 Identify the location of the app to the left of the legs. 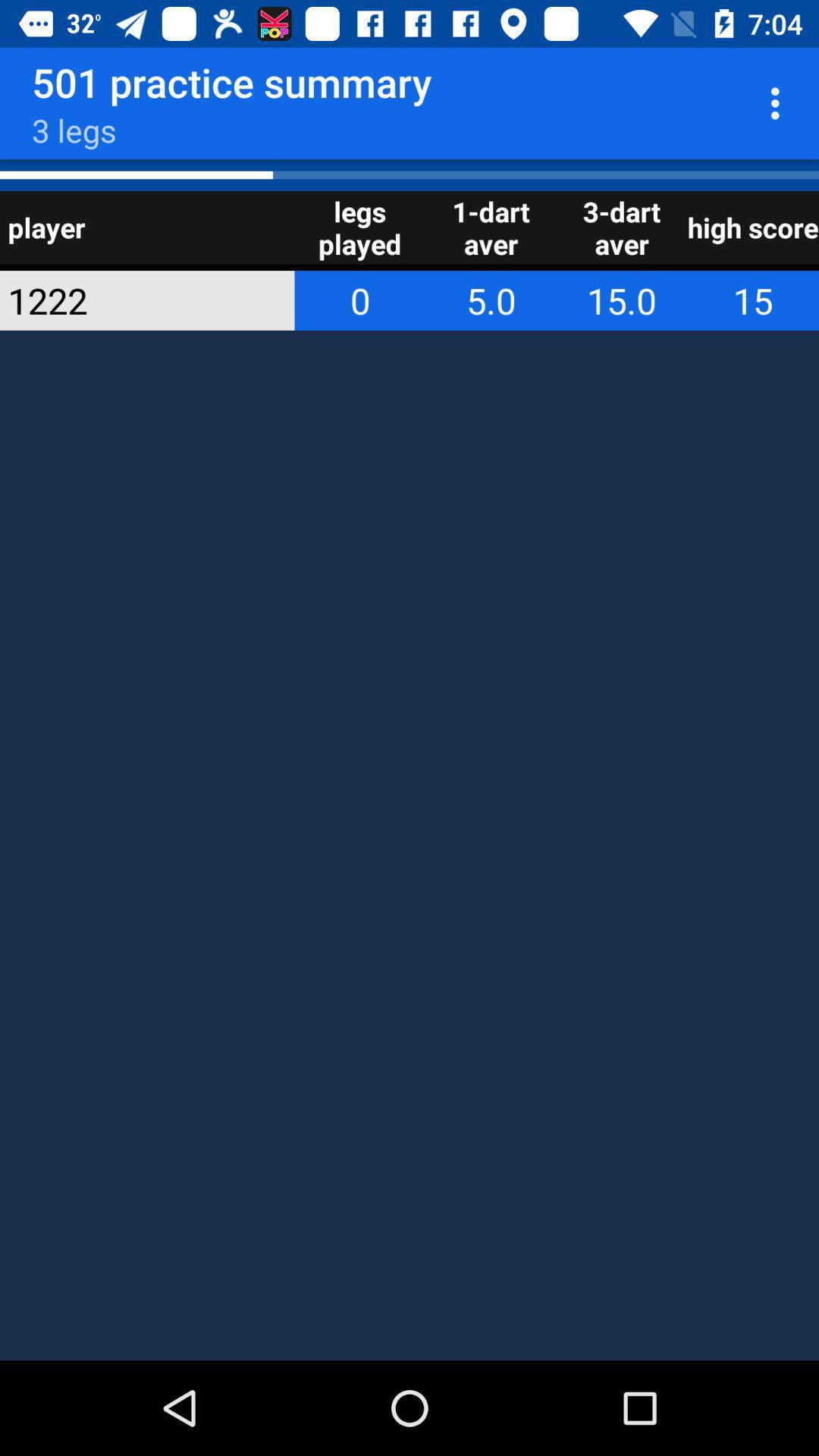
(126, 300).